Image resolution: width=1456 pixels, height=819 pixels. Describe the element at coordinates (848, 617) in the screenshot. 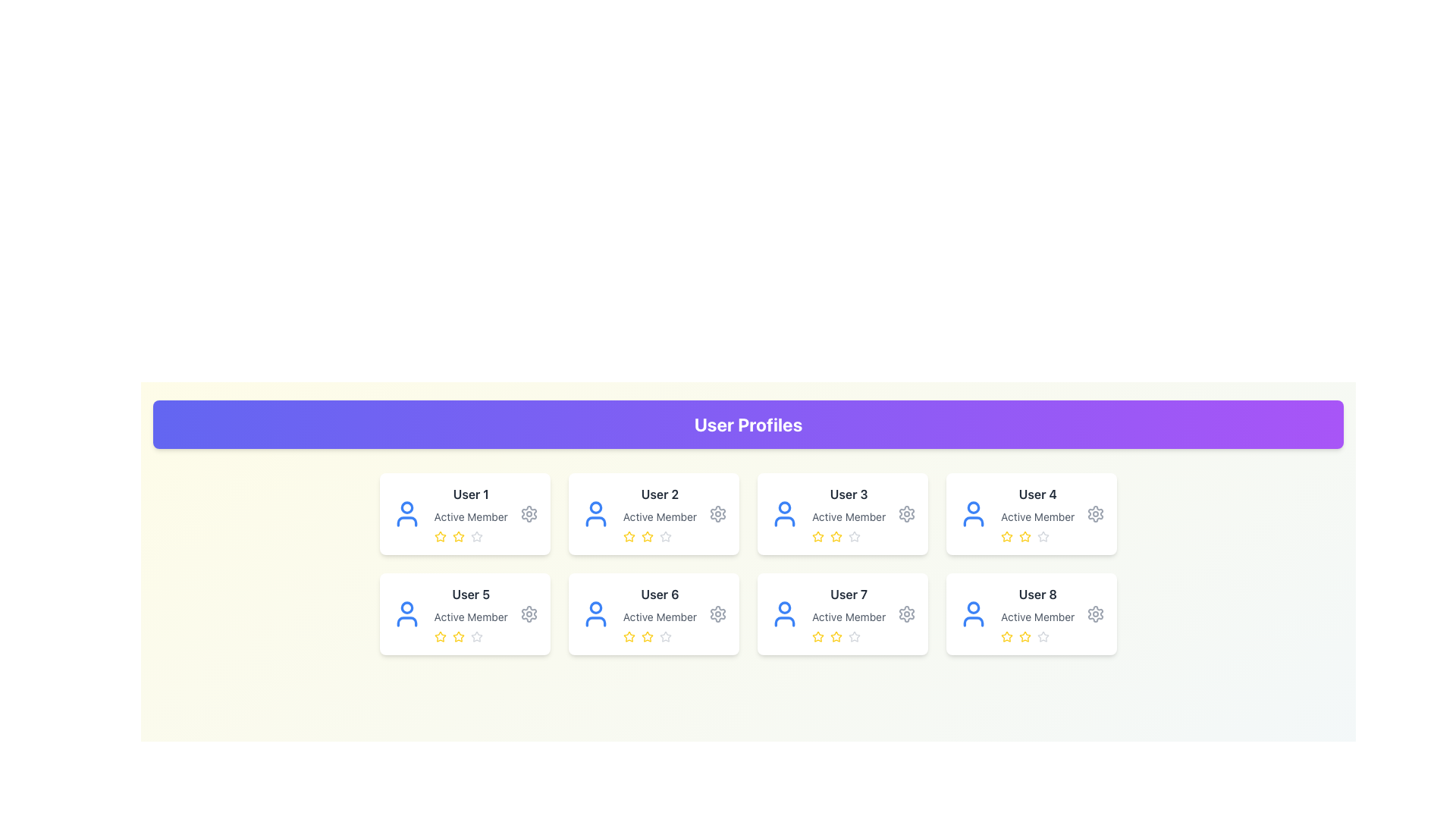

I see `the 'Active Member' text label, which is styled in light gray and positioned below the 'User 7' title in the user grid` at that location.